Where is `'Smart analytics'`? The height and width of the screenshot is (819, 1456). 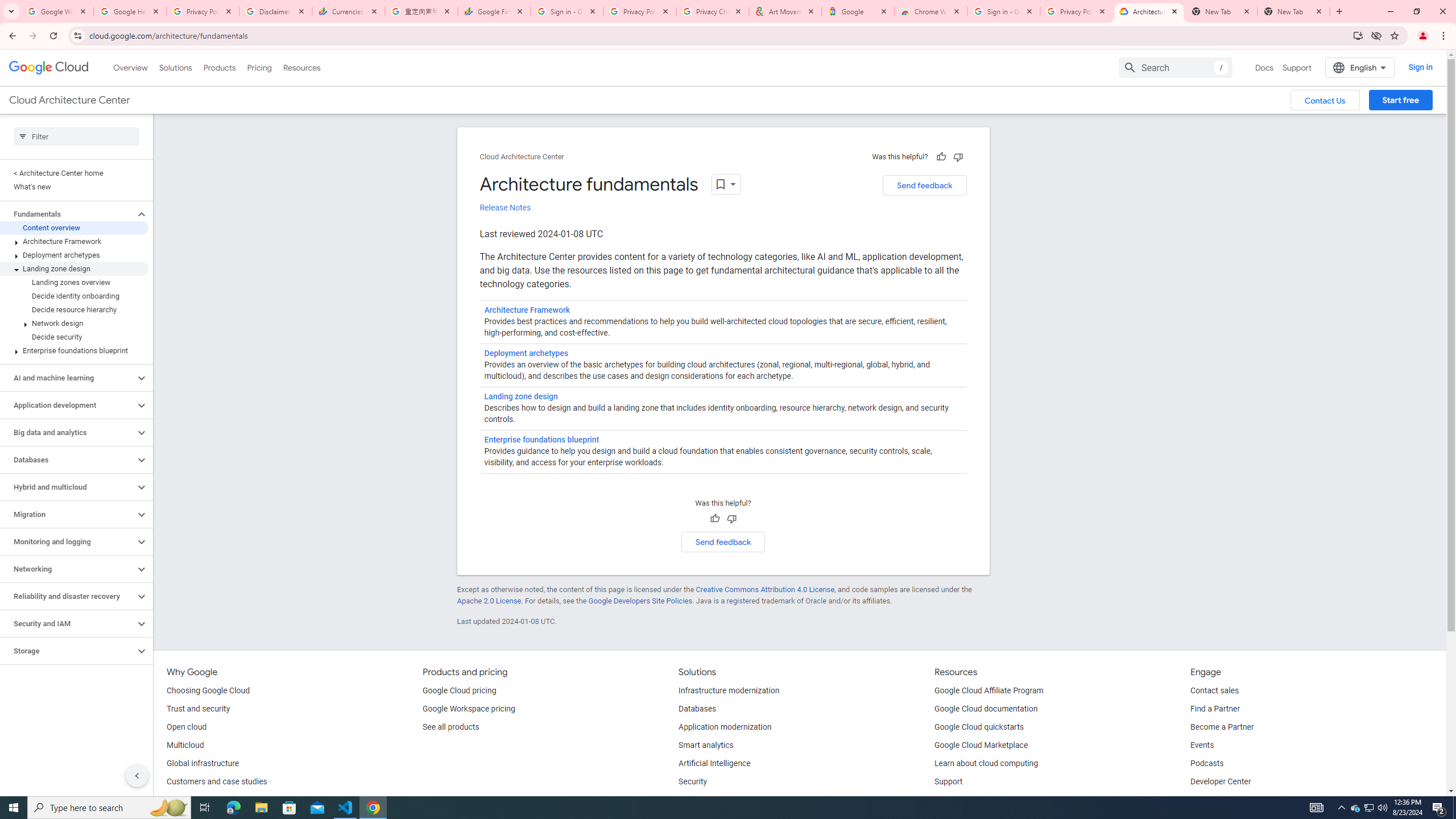
'Smart analytics' is located at coordinates (705, 745).